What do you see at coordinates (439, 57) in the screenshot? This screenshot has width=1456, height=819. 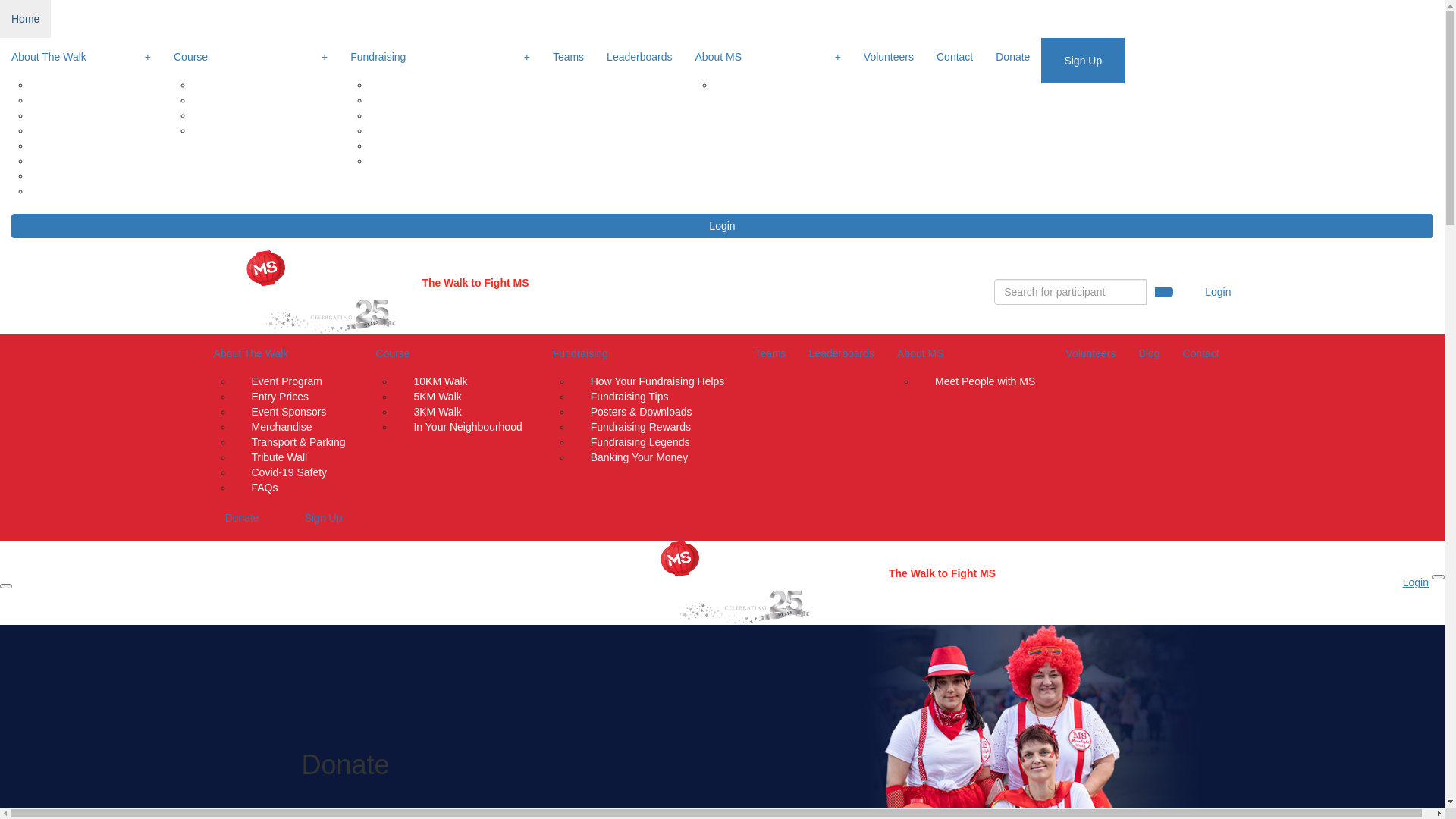 I see `'Fundraising` at bounding box center [439, 57].